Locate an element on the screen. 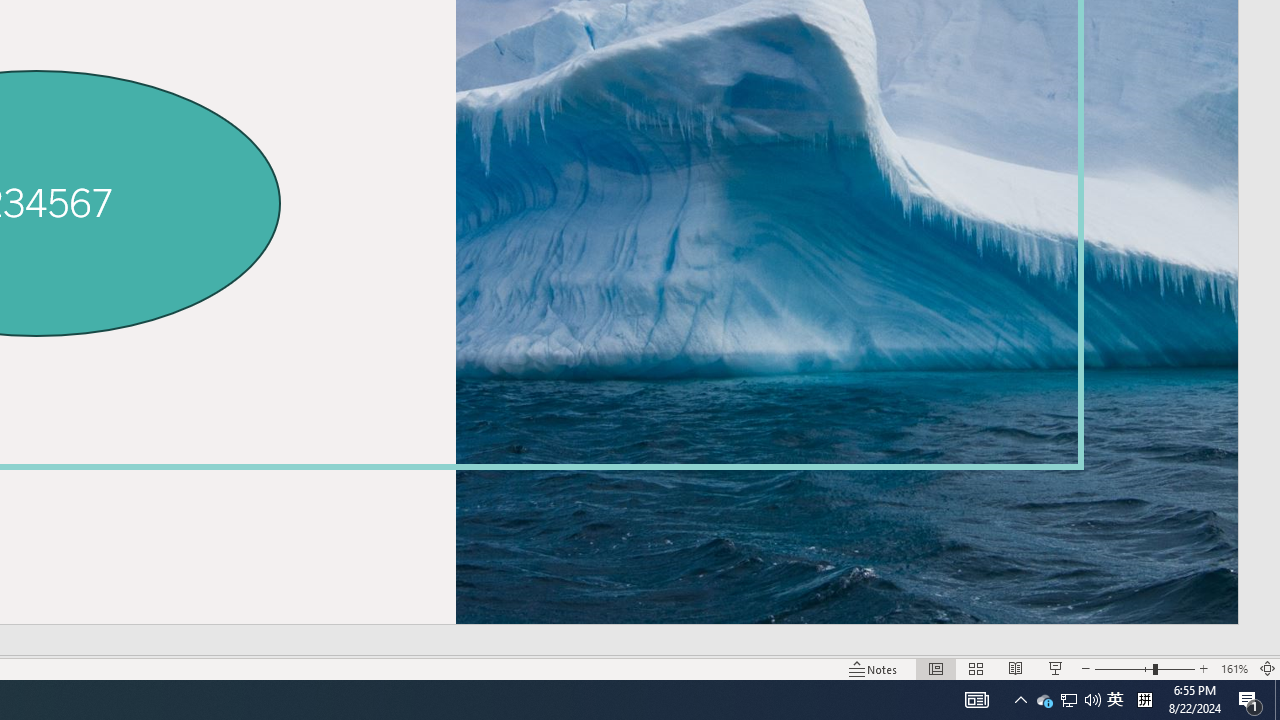 This screenshot has width=1280, height=720. 'Zoom 161%' is located at coordinates (1233, 669).